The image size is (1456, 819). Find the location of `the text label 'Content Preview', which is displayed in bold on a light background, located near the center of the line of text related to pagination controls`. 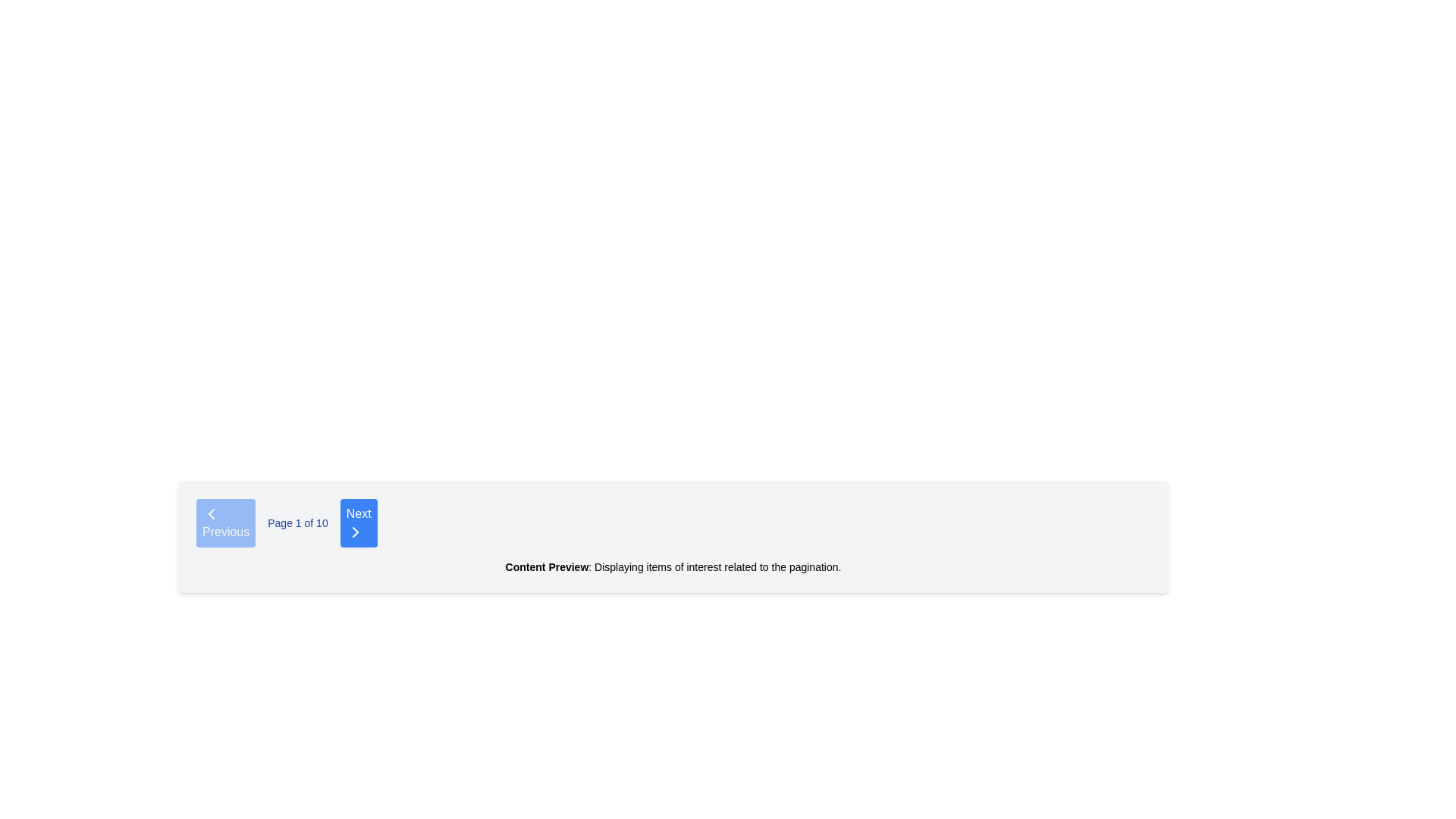

the text label 'Content Preview', which is displayed in bold on a light background, located near the center of the line of text related to pagination controls is located at coordinates (546, 567).